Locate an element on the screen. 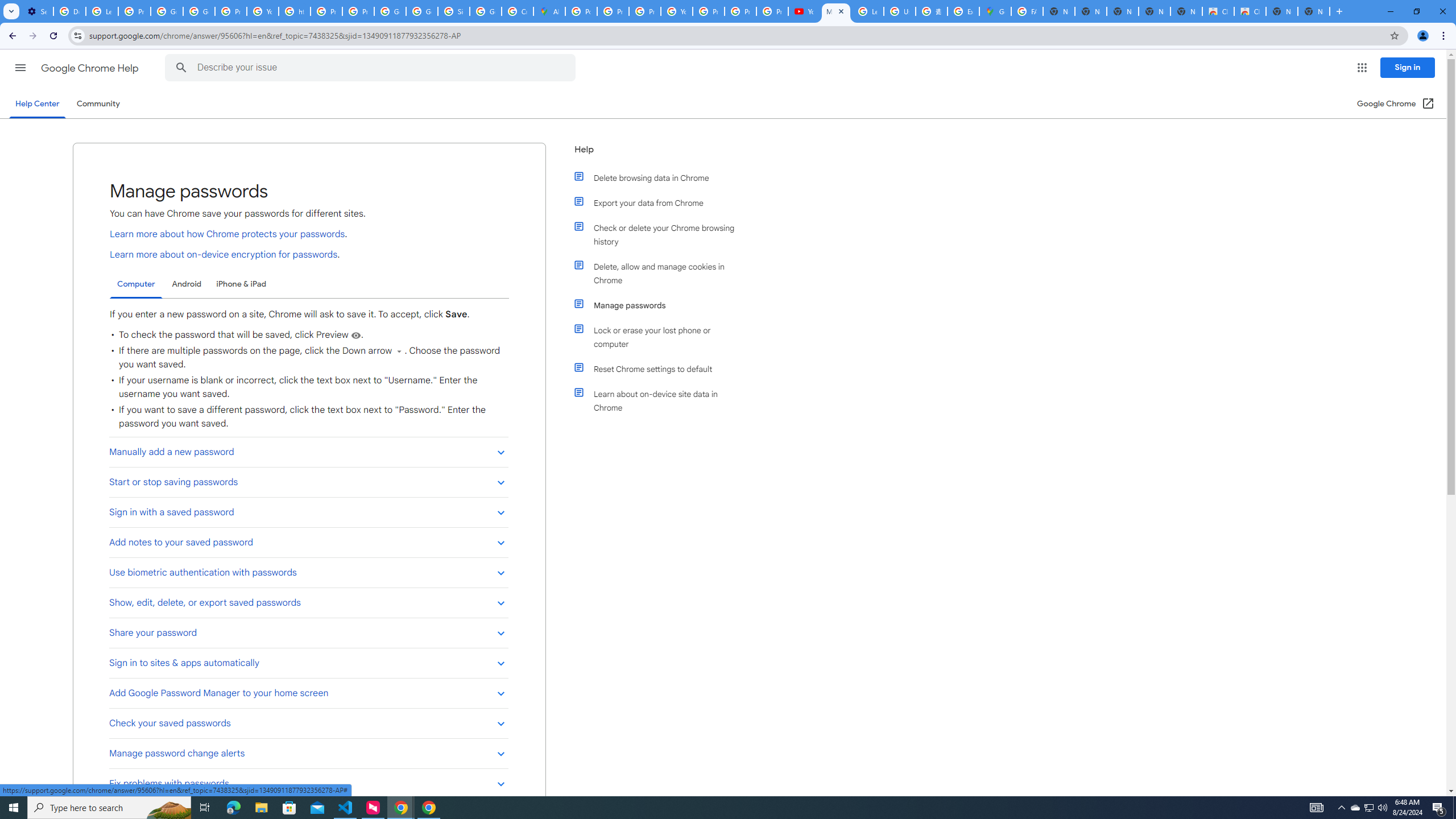 Image resolution: width=1456 pixels, height=819 pixels. 'Use biometric authentication with passwords' is located at coordinates (308, 572).